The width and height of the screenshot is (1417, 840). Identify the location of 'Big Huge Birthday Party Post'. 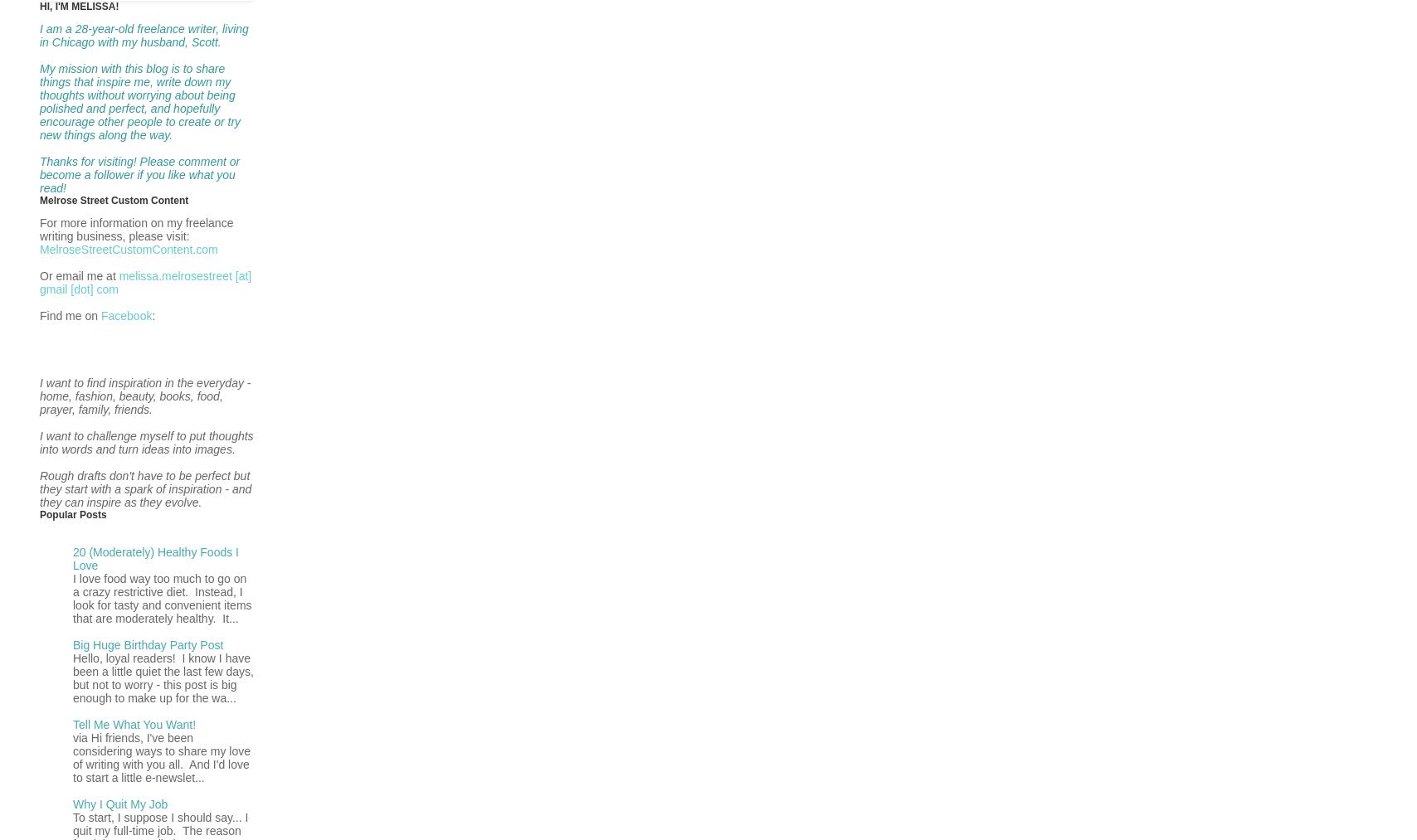
(148, 643).